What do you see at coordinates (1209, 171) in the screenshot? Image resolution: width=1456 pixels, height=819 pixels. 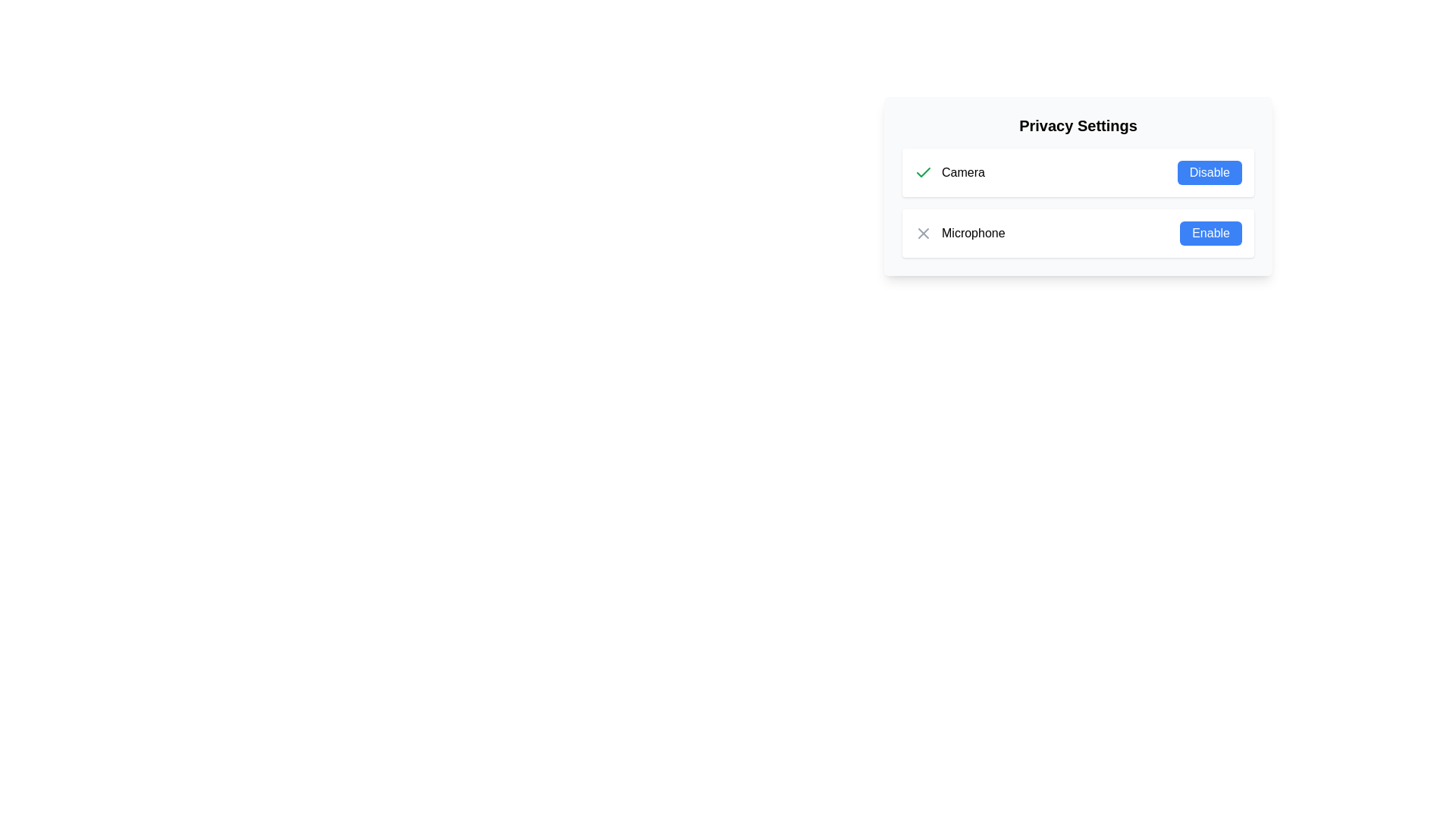 I see `the button in the 'Privacy Settings' panel that disables the 'Camera' feature` at bounding box center [1209, 171].